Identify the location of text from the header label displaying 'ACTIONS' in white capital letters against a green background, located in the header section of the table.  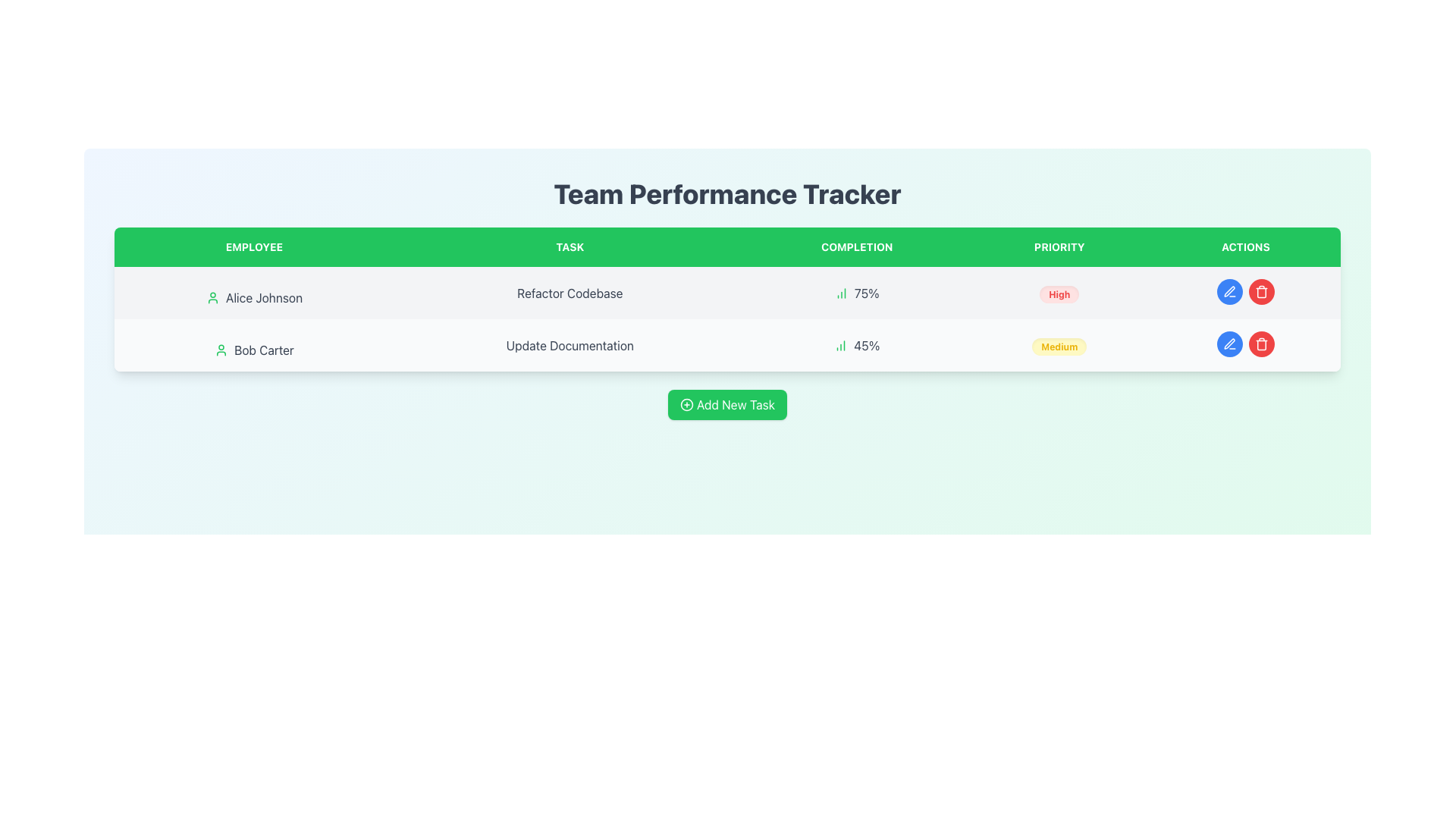
(1245, 246).